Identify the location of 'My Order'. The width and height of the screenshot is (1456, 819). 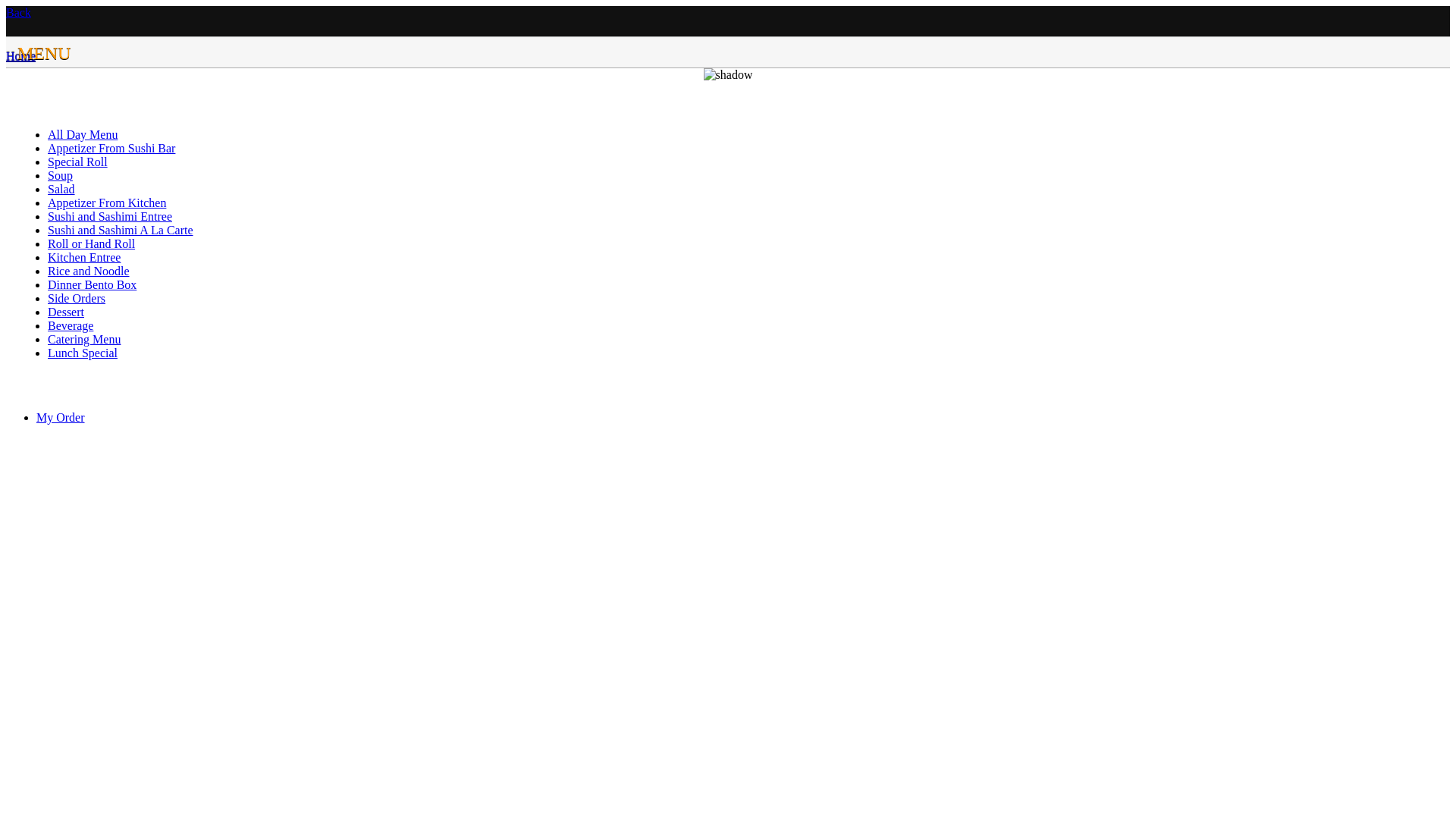
(61, 417).